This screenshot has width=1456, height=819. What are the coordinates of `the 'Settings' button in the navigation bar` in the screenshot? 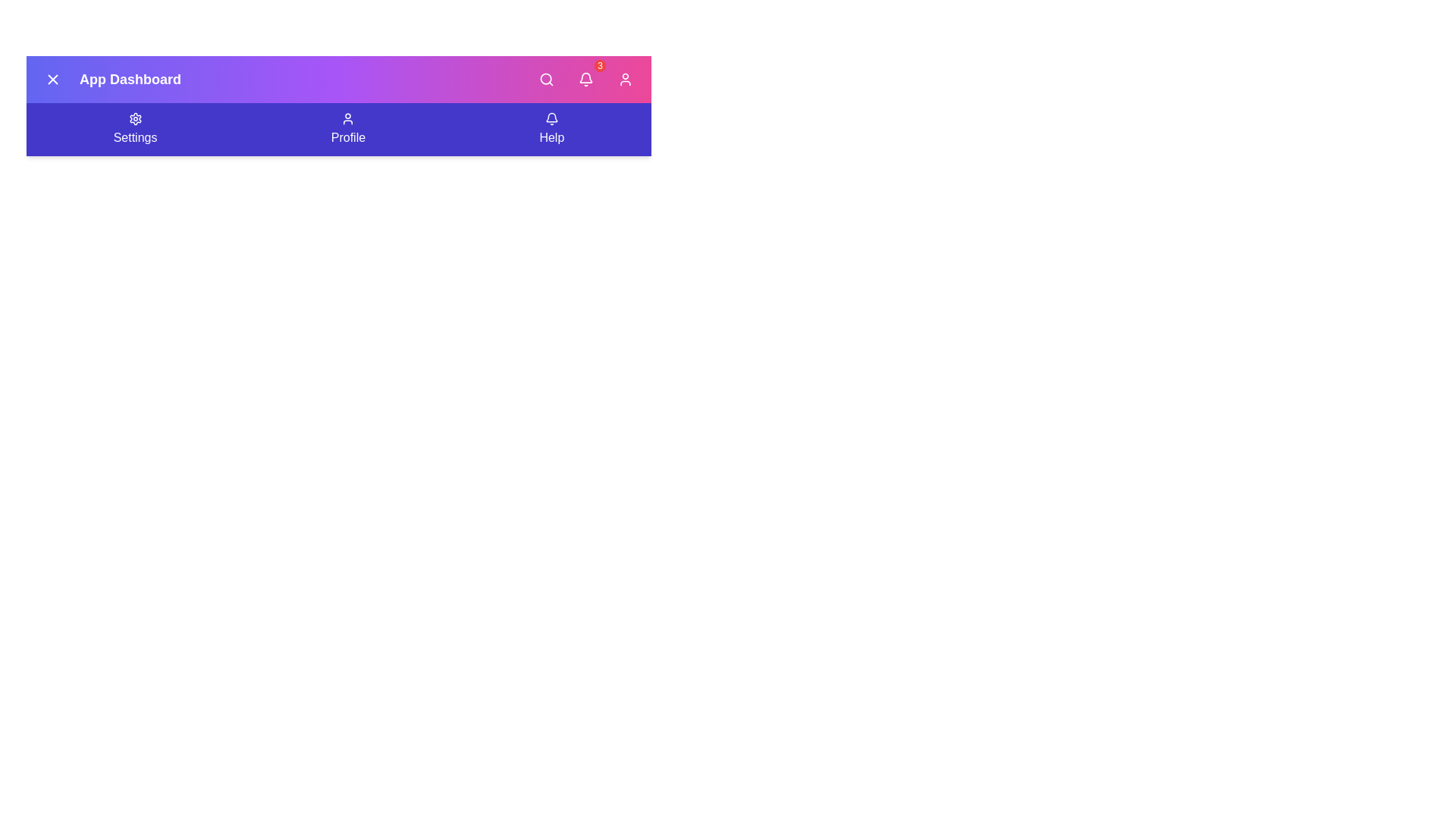 It's located at (134, 128).